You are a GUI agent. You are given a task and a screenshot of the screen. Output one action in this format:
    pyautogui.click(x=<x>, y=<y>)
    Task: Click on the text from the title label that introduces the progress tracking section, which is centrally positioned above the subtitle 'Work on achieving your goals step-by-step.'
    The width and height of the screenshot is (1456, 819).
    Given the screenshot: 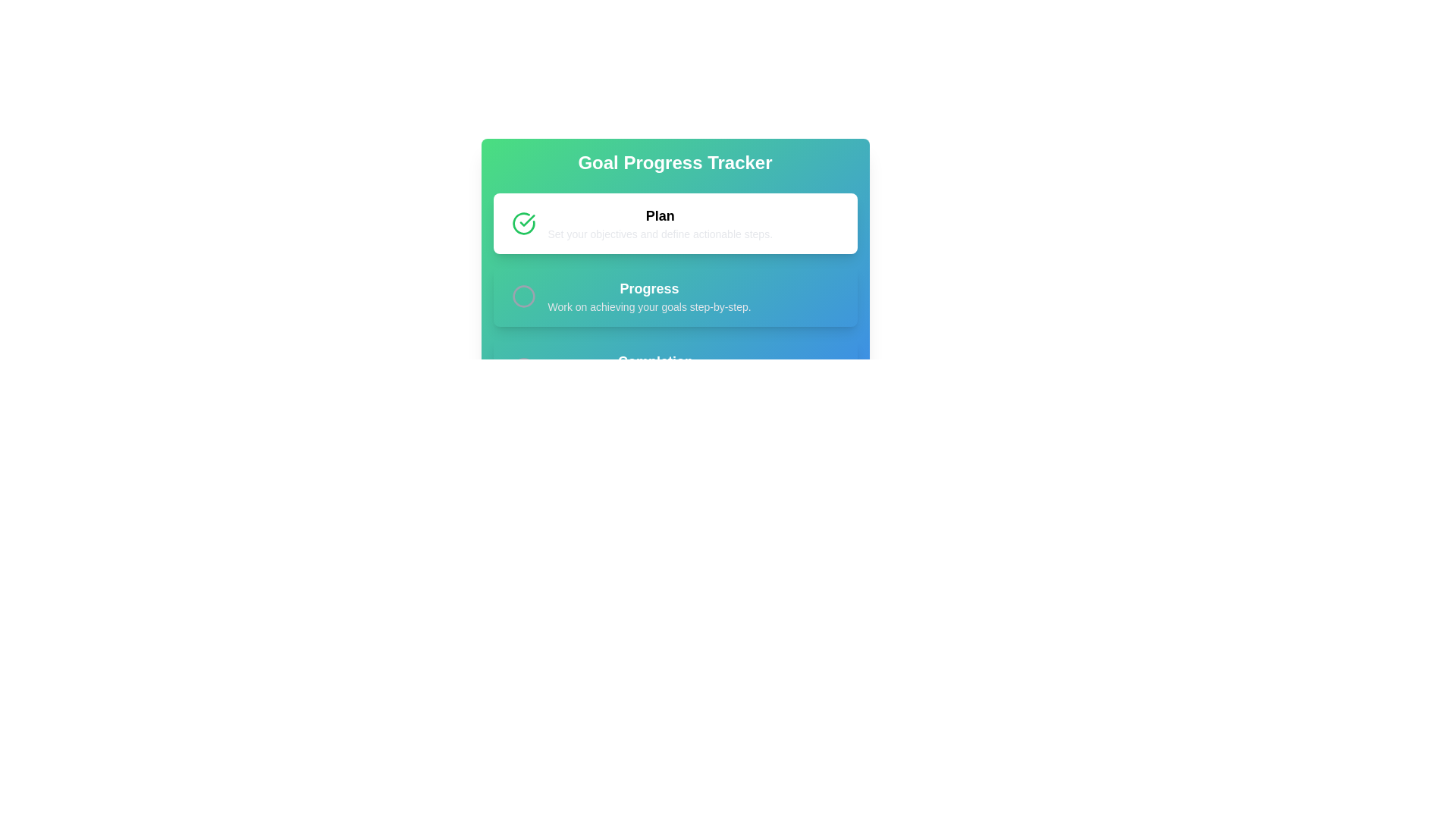 What is the action you would take?
    pyautogui.click(x=649, y=289)
    